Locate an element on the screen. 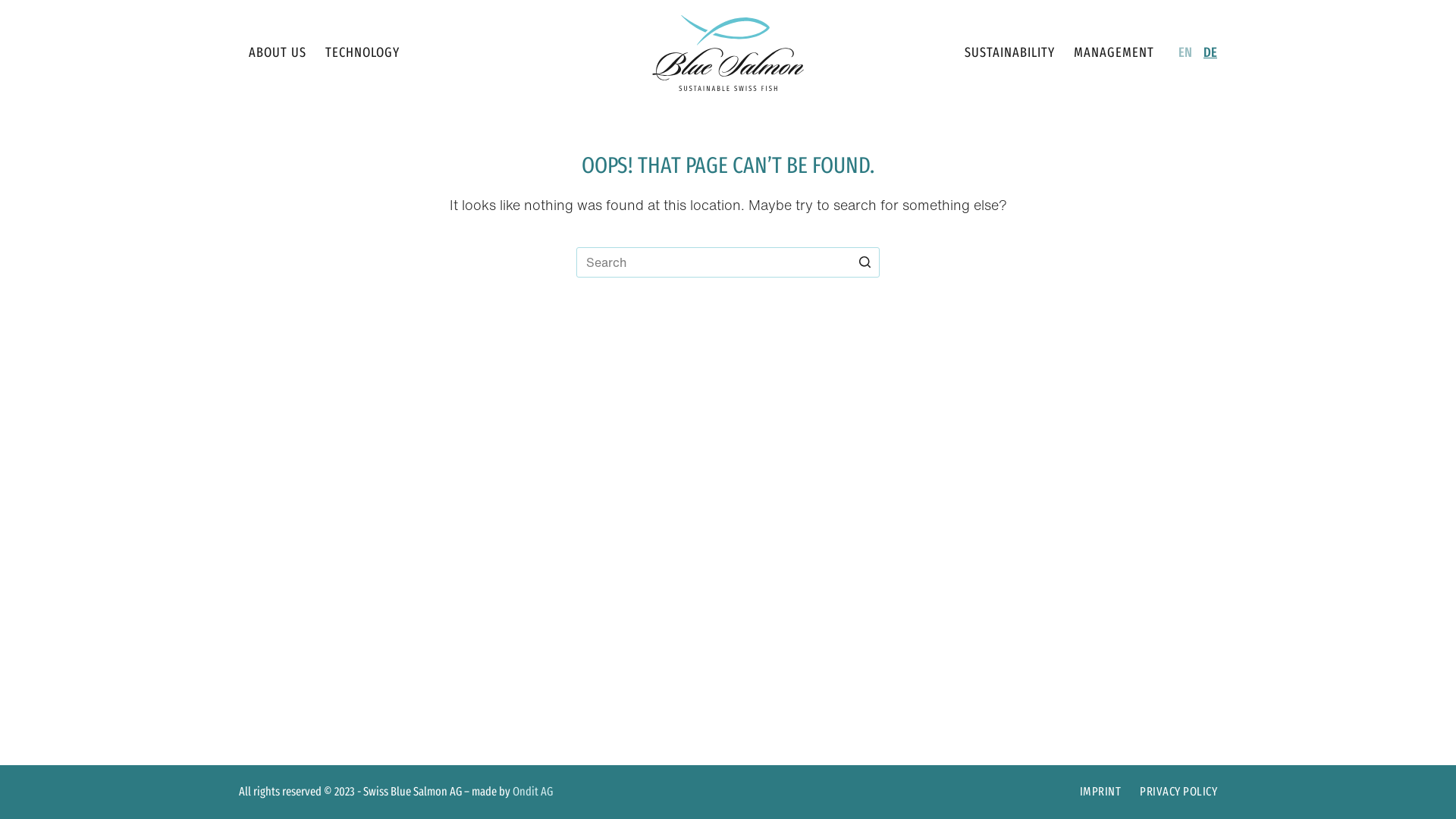 Image resolution: width=1456 pixels, height=819 pixels. 'DE' is located at coordinates (1210, 52).